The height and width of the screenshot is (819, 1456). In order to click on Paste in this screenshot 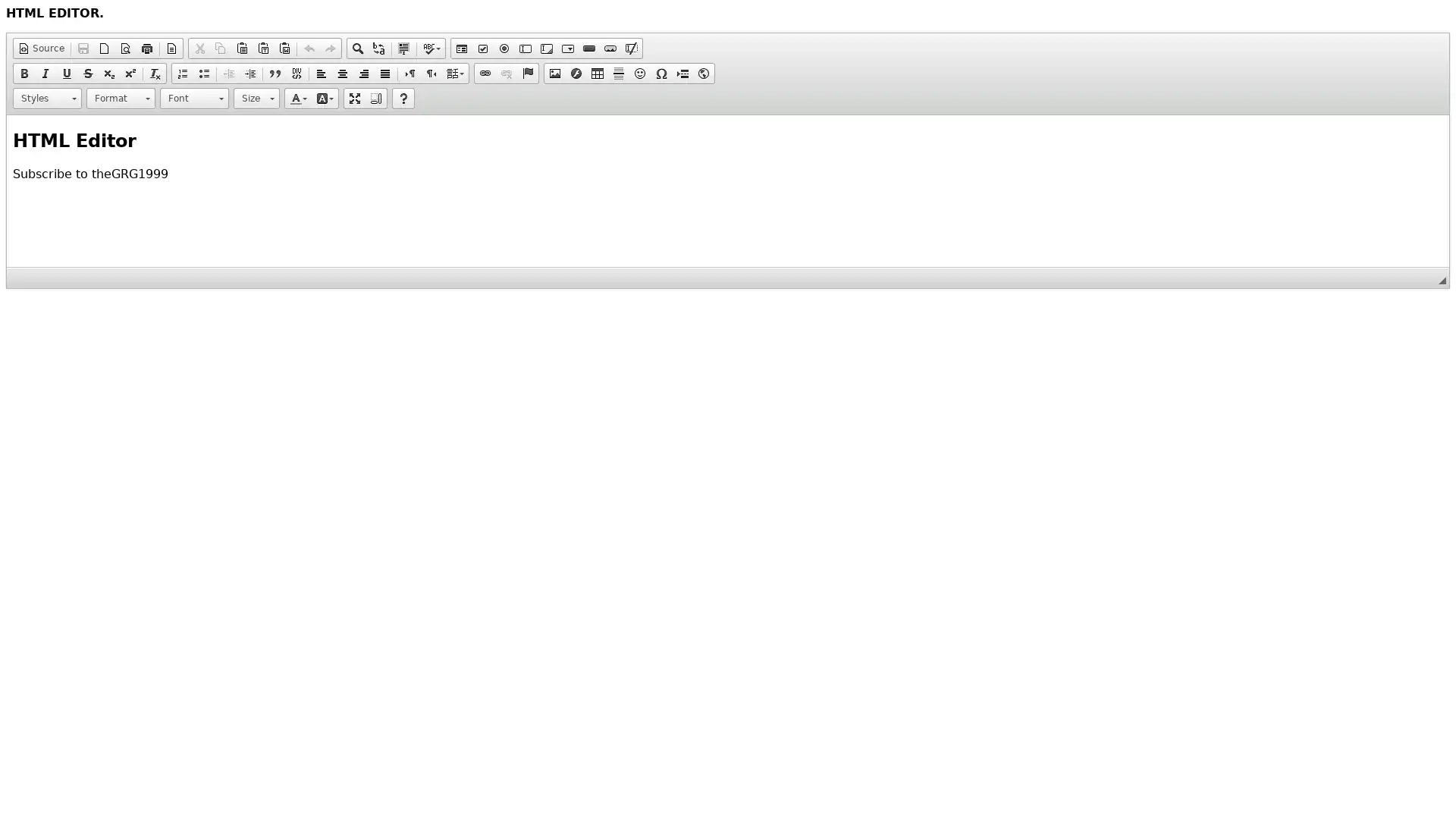, I will do `click(240, 48)`.